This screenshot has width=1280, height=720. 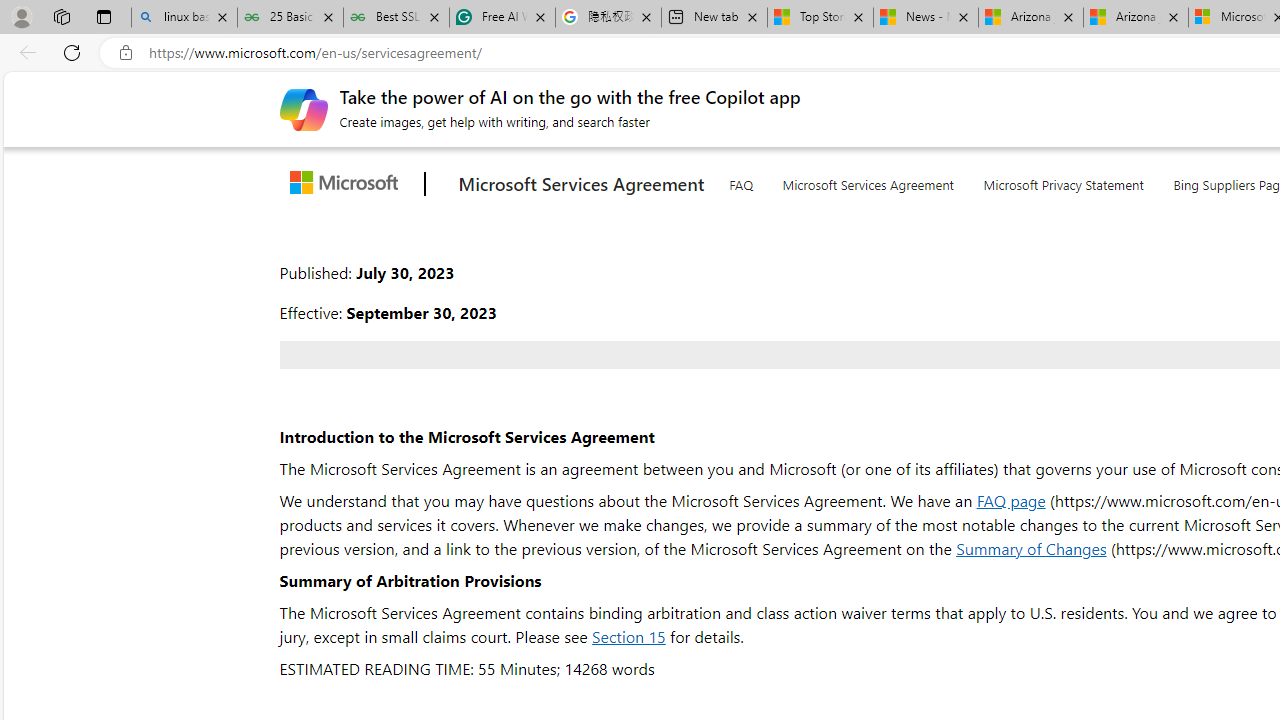 What do you see at coordinates (1062, 181) in the screenshot?
I see `'Microsoft Privacy Statement'` at bounding box center [1062, 181].